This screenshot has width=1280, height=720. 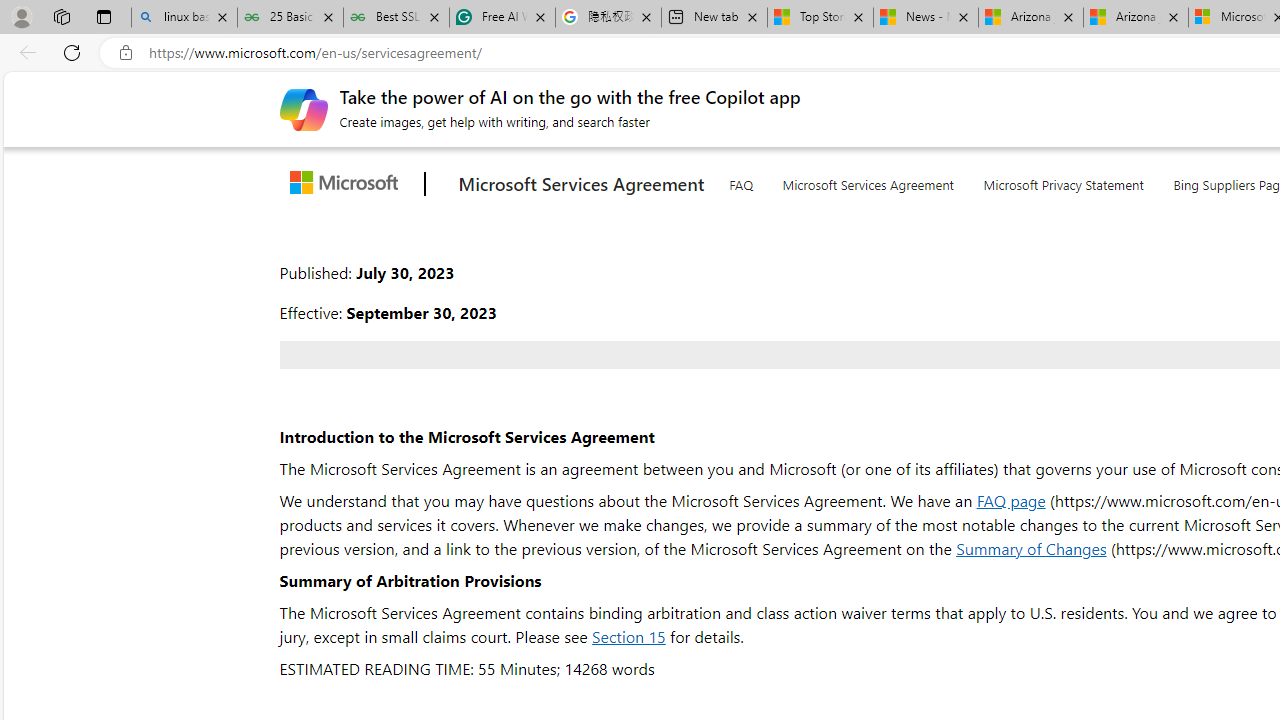 What do you see at coordinates (1062, 181) in the screenshot?
I see `'Microsoft Privacy Statement'` at bounding box center [1062, 181].